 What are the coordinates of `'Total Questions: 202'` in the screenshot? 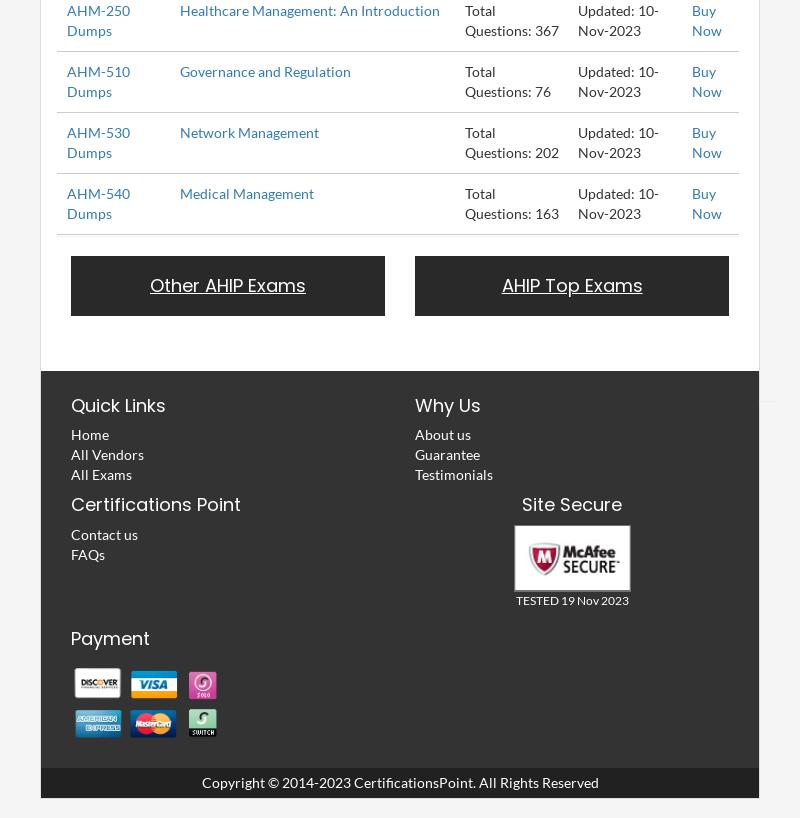 It's located at (511, 140).